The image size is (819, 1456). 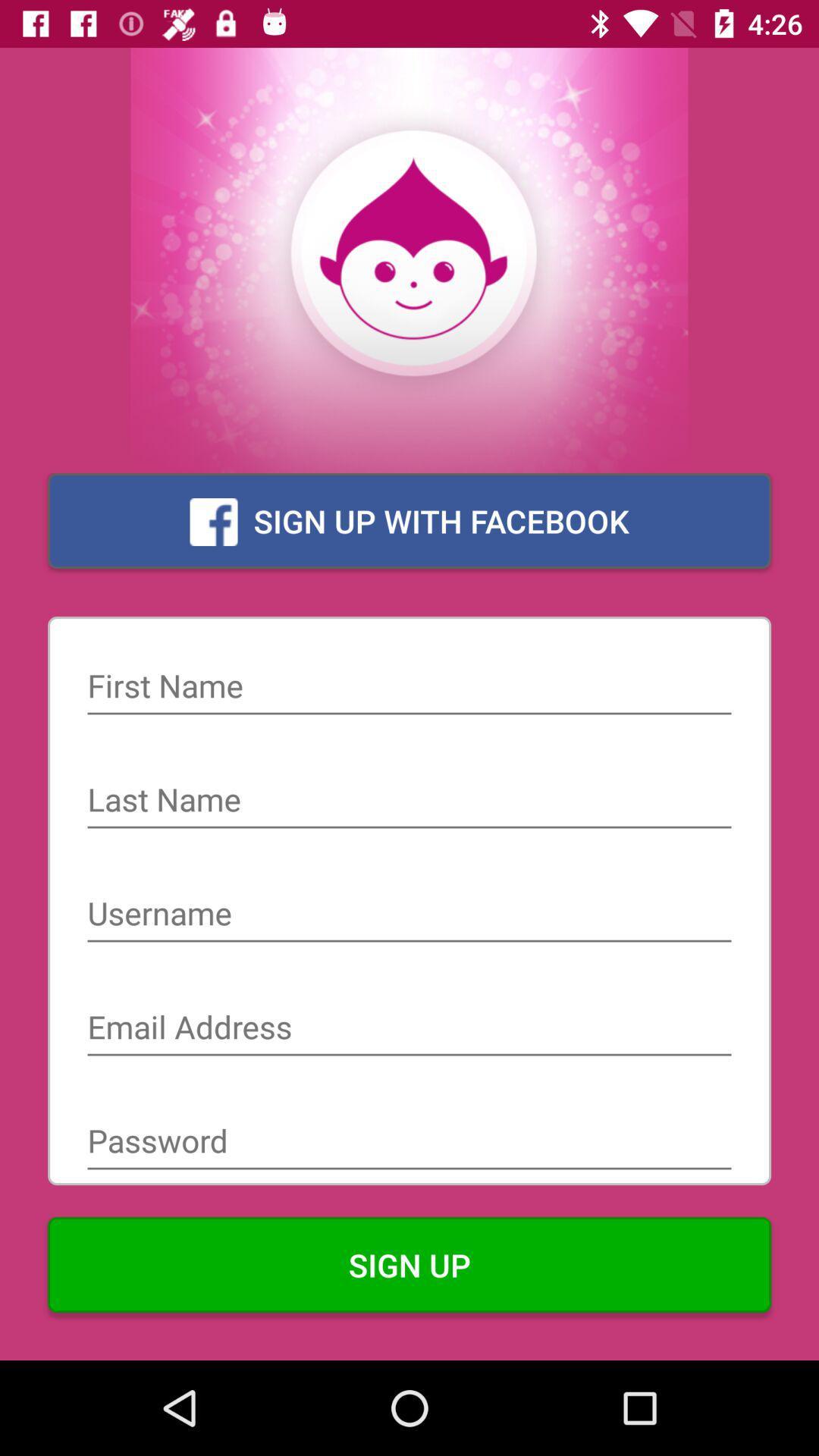 I want to click on text, so click(x=409, y=801).